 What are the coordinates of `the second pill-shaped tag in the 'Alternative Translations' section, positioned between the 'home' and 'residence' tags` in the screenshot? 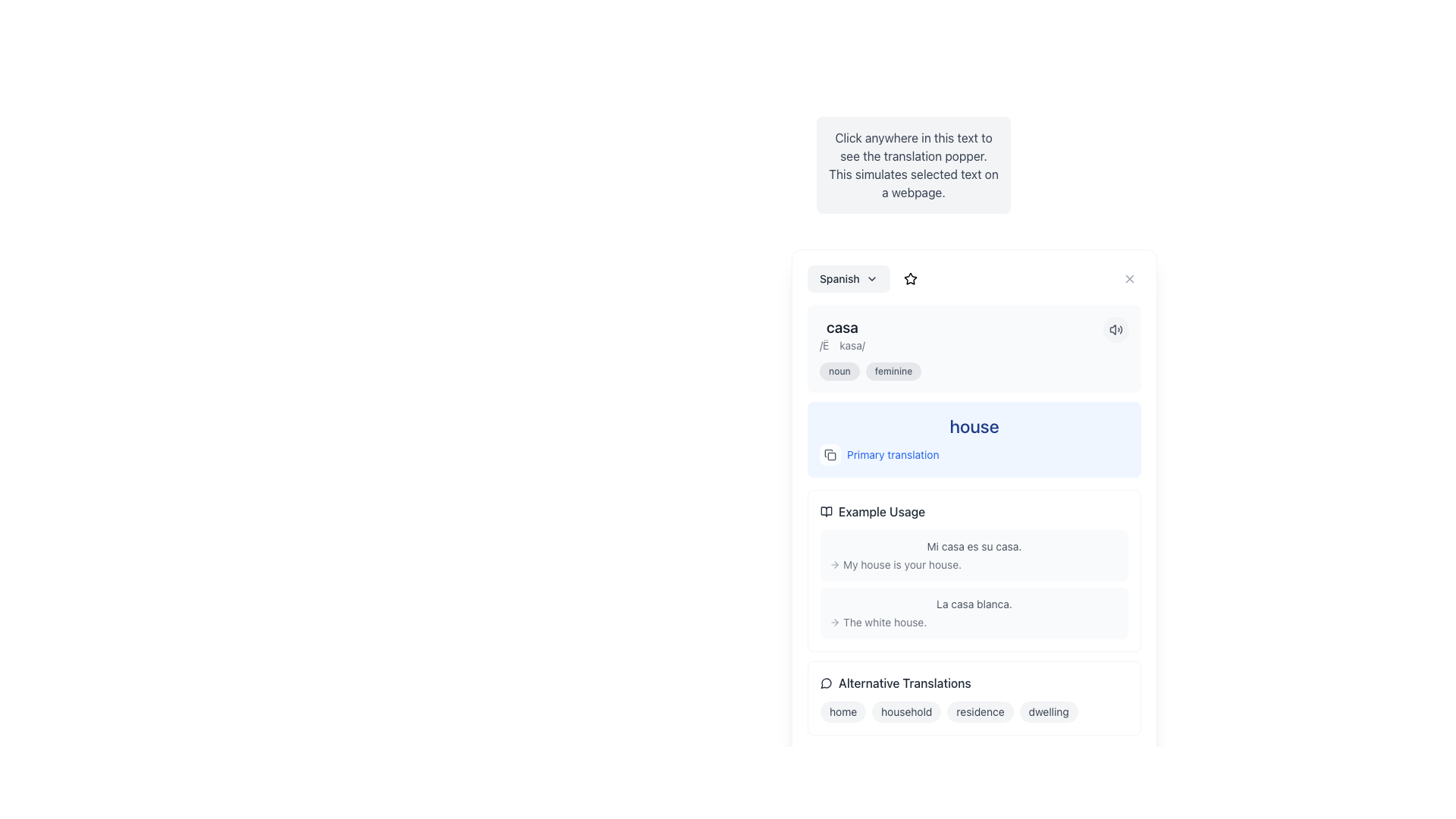 It's located at (906, 711).